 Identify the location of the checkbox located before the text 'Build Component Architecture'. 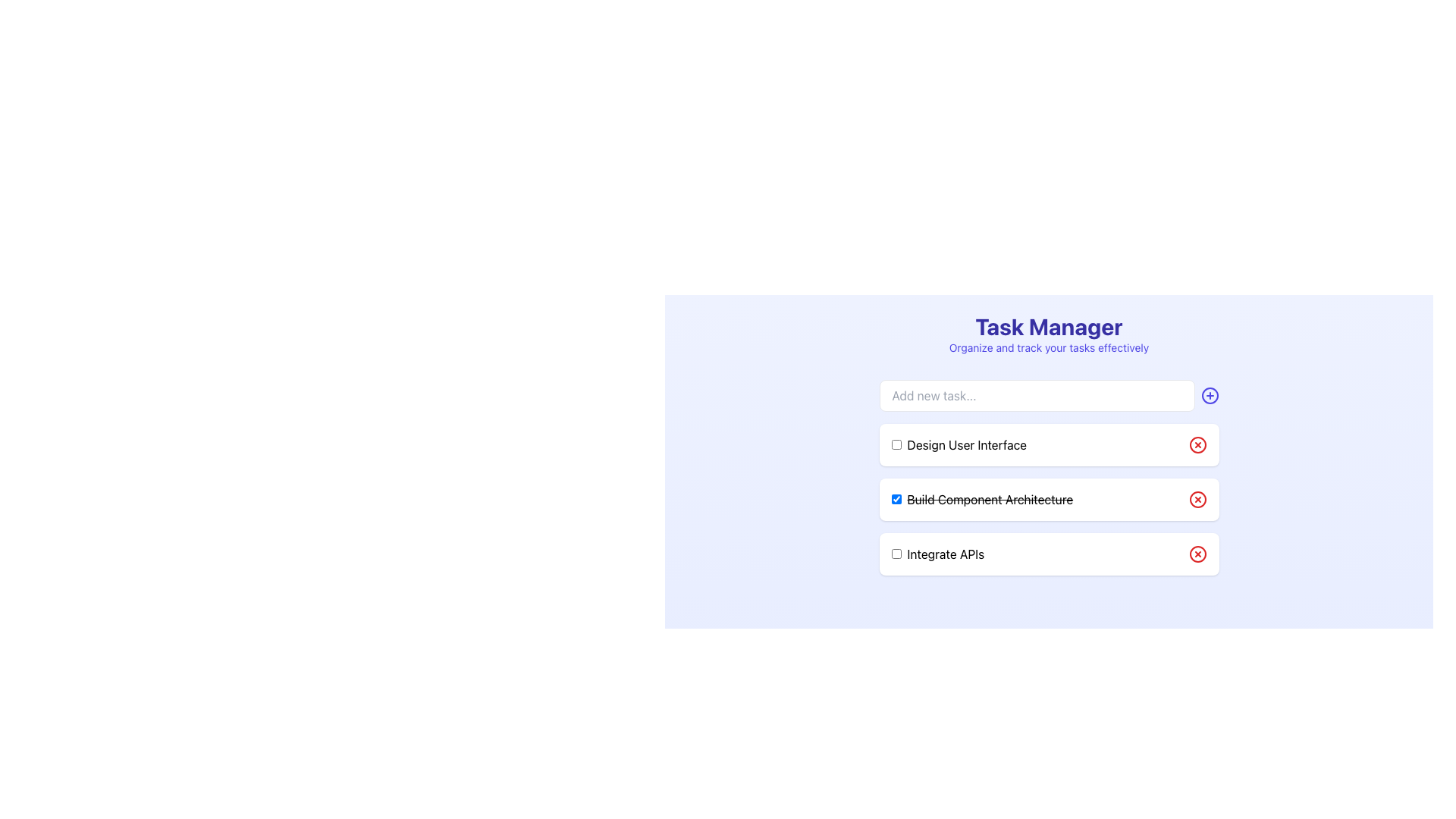
(896, 499).